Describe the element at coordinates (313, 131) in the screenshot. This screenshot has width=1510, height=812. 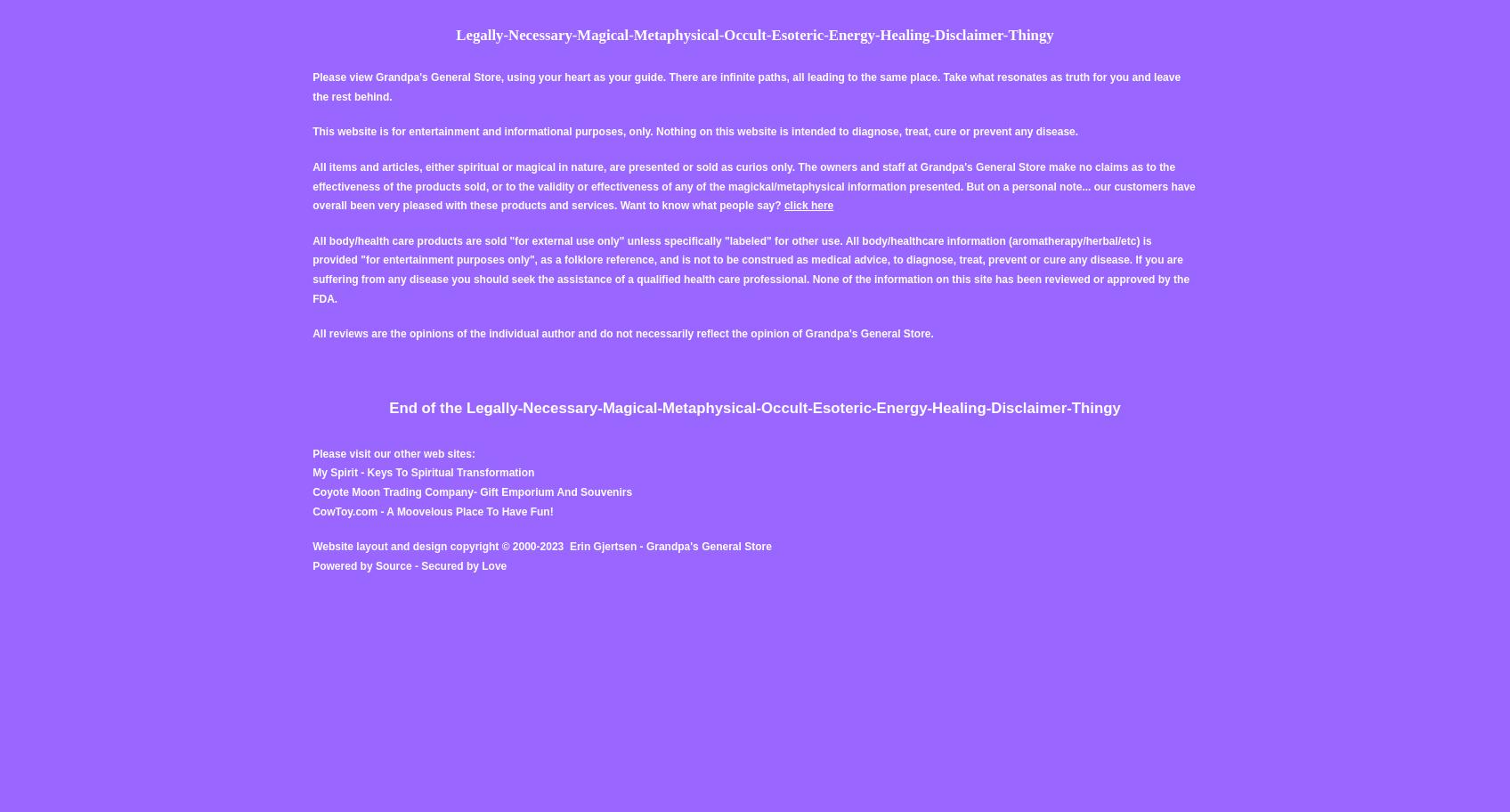
I see `'This website is for entertainment and informational purposes, only. Nothing on this website is intended to diagnose, treat, cure or prevent any disease.'` at that location.